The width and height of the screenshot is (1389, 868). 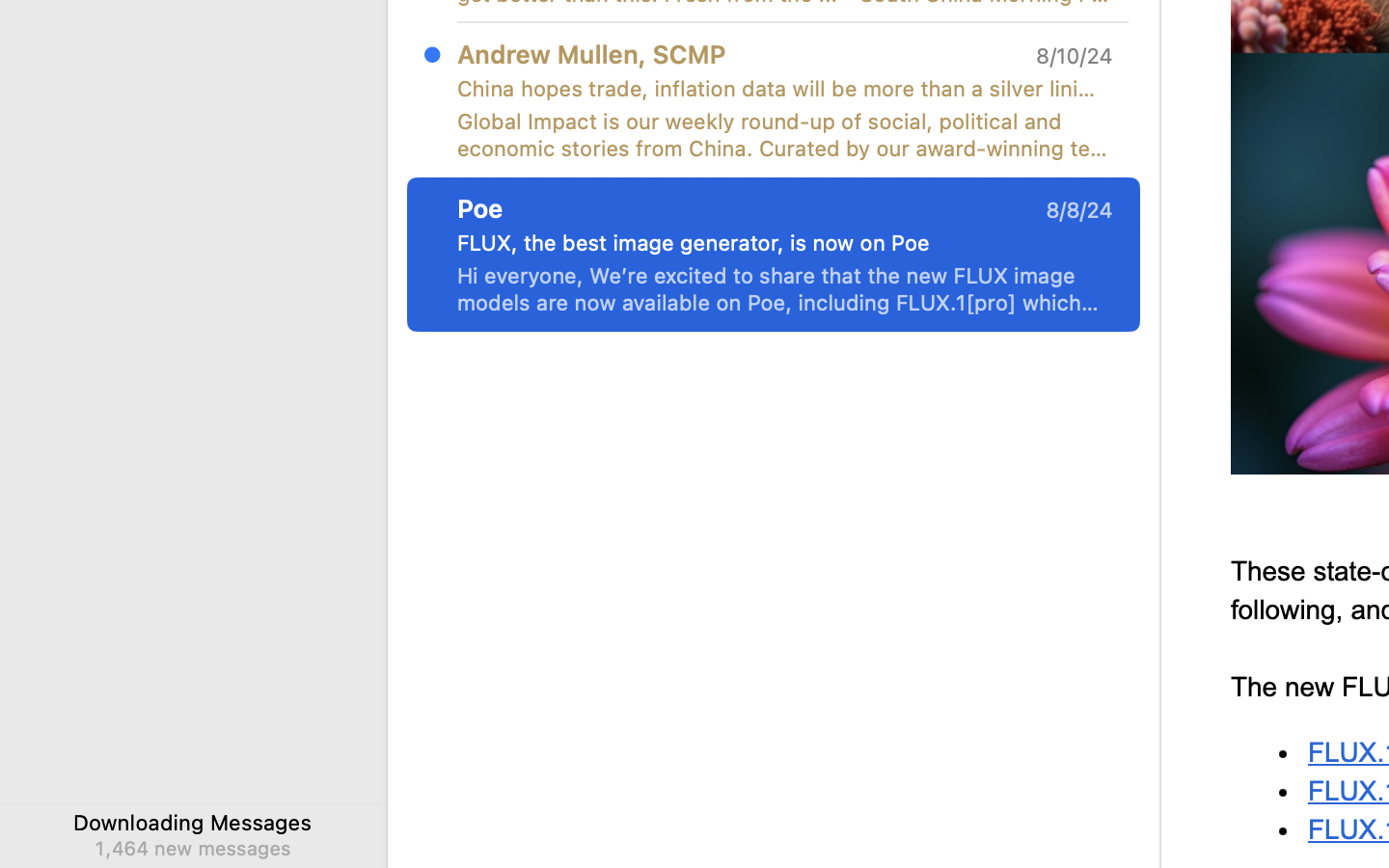 What do you see at coordinates (193, 822) in the screenshot?
I see `'Downloading Messages'` at bounding box center [193, 822].